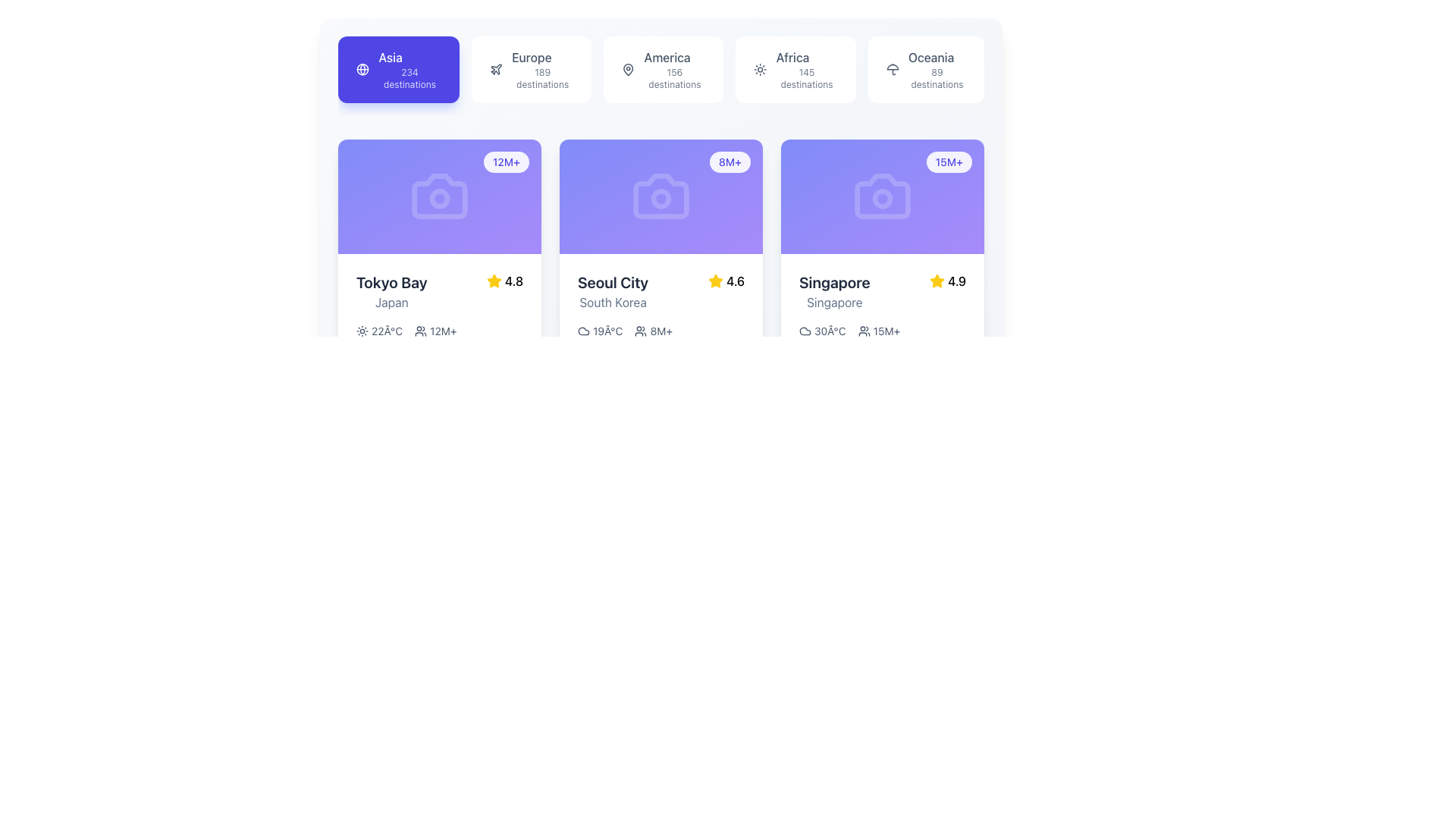  Describe the element at coordinates (886, 330) in the screenshot. I see `the Text label displaying '15M+' located at the bottom right corner of the 'Singapore' card, adjacent to a user icon` at that location.